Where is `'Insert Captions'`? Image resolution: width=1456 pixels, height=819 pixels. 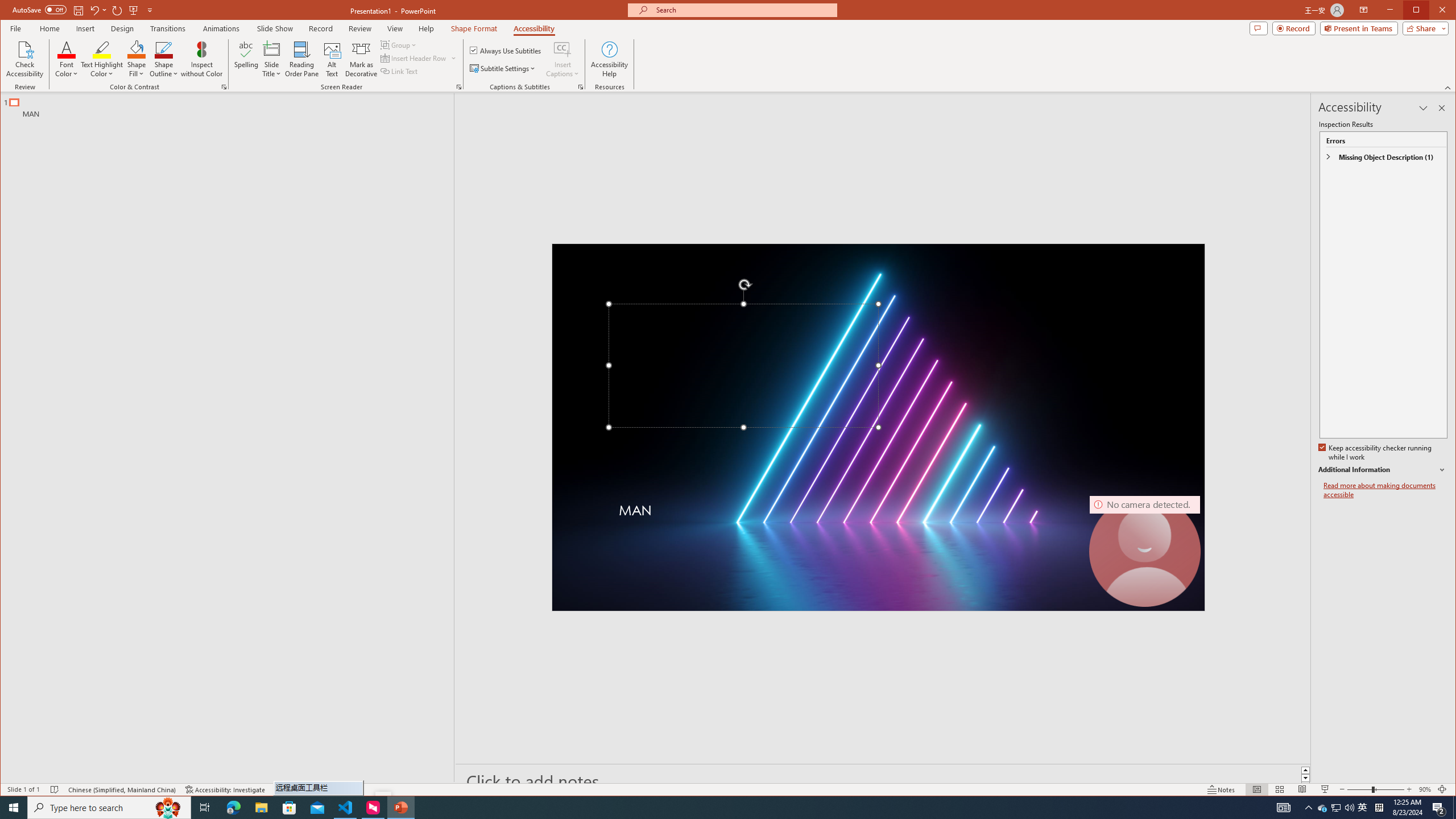
'Insert Captions' is located at coordinates (562, 59).